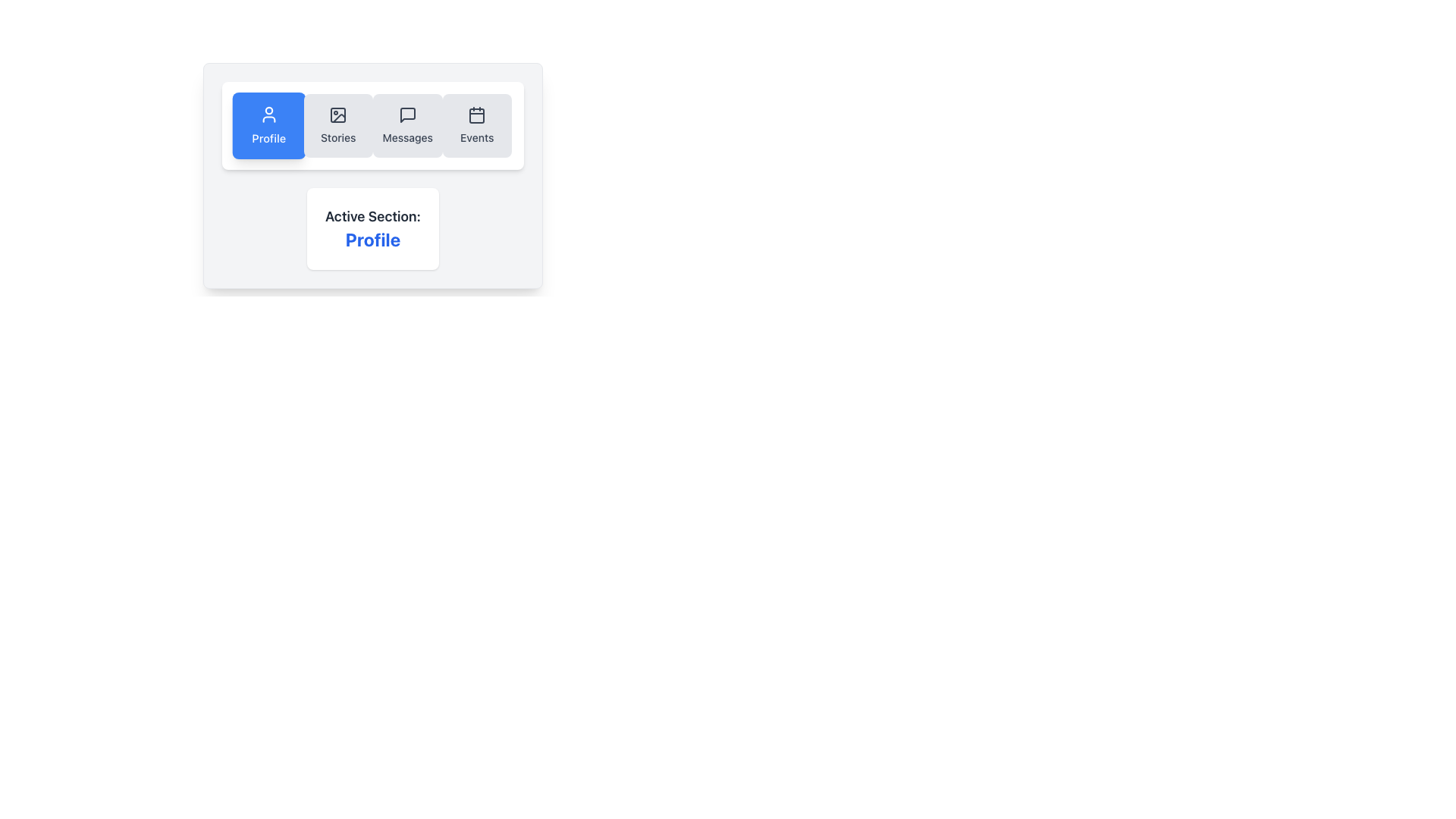 Image resolution: width=1456 pixels, height=819 pixels. What do you see at coordinates (407, 137) in the screenshot?
I see `the static text label displaying 'Messages' which is located centrally beneath a messaging icon in the navigation menu` at bounding box center [407, 137].